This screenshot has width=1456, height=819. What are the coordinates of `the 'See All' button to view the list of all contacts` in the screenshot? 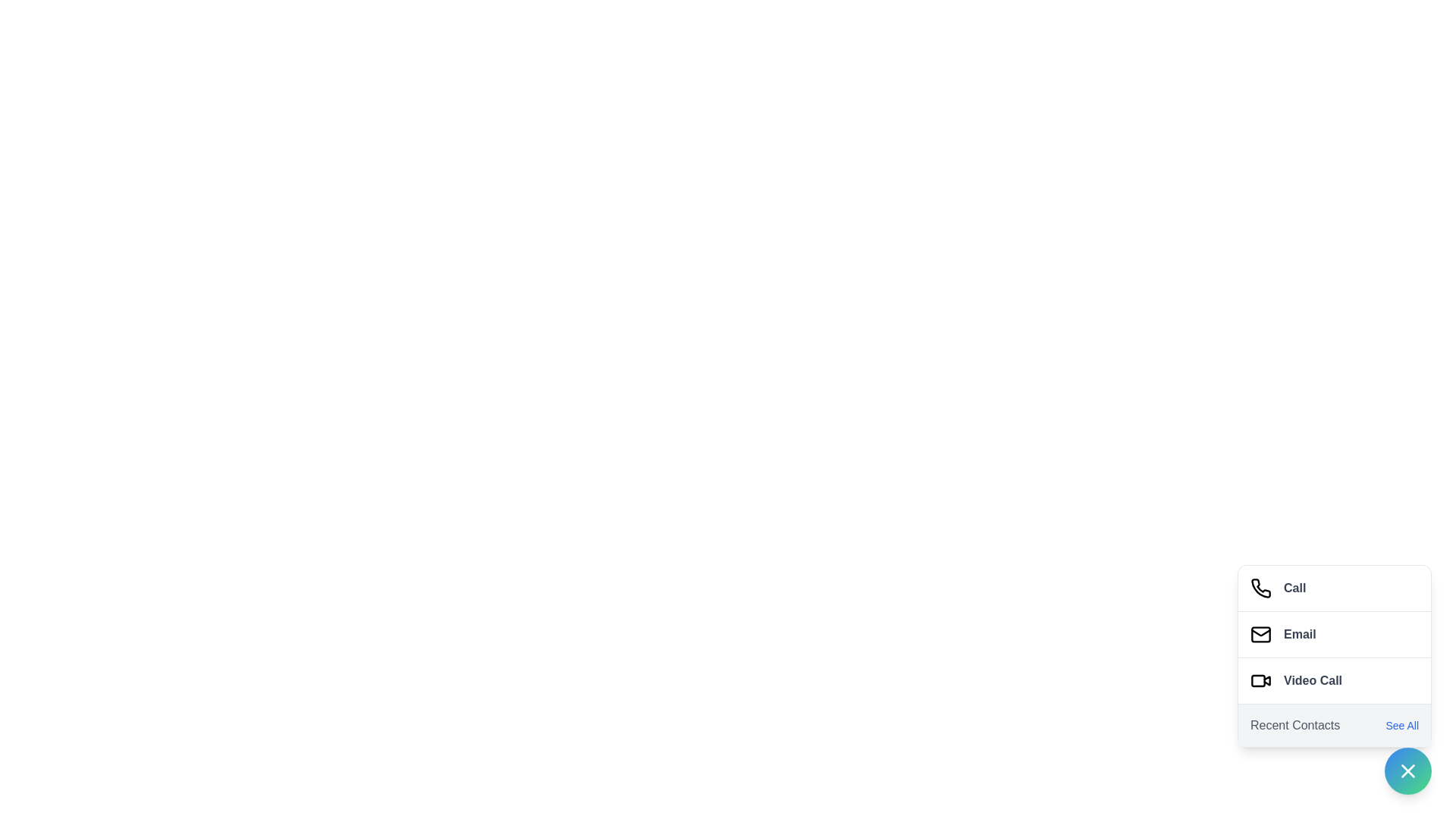 It's located at (1401, 724).